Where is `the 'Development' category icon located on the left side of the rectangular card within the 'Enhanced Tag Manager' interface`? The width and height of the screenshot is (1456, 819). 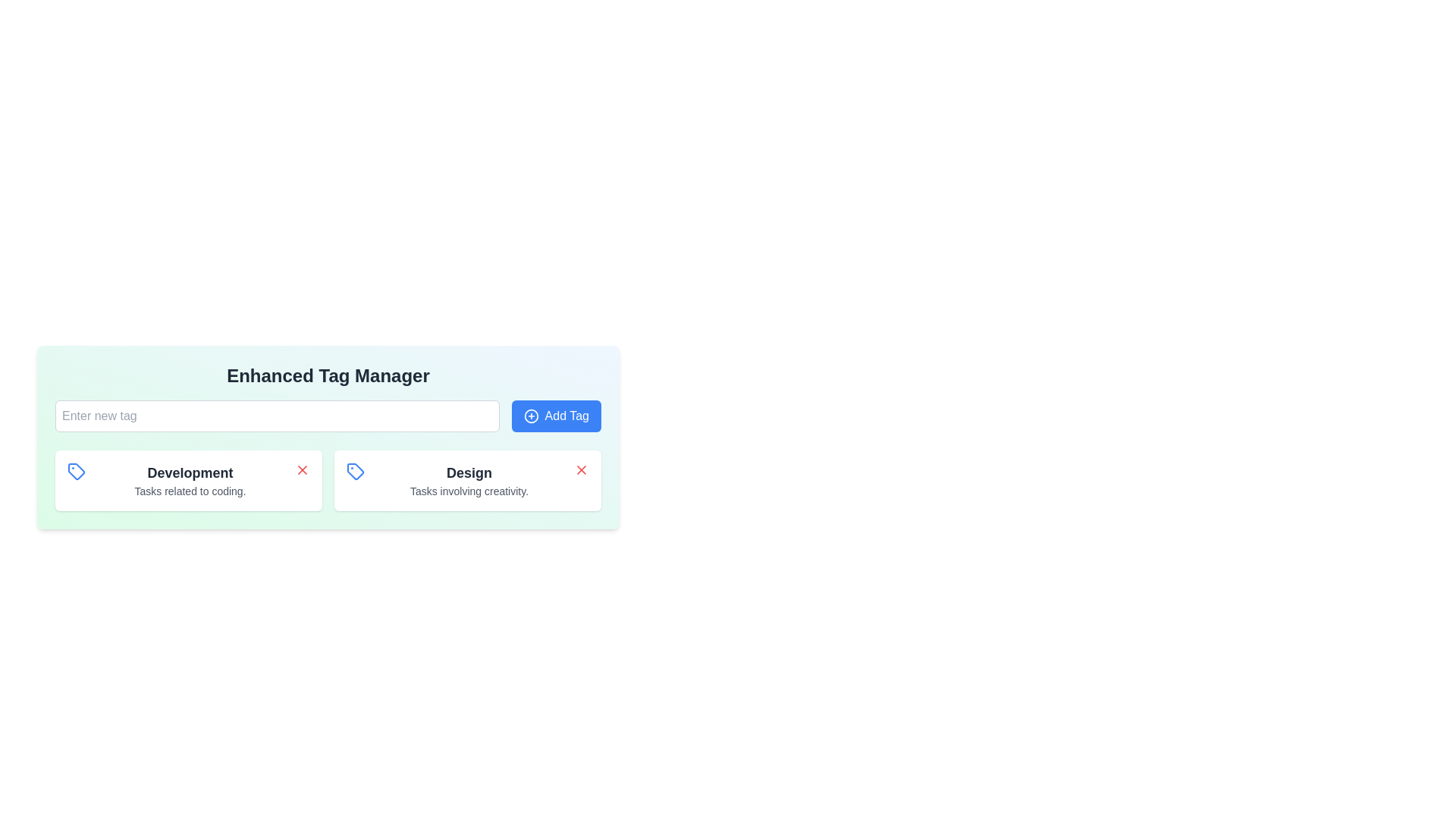 the 'Development' category icon located on the left side of the rectangular card within the 'Enhanced Tag Manager' interface is located at coordinates (75, 470).